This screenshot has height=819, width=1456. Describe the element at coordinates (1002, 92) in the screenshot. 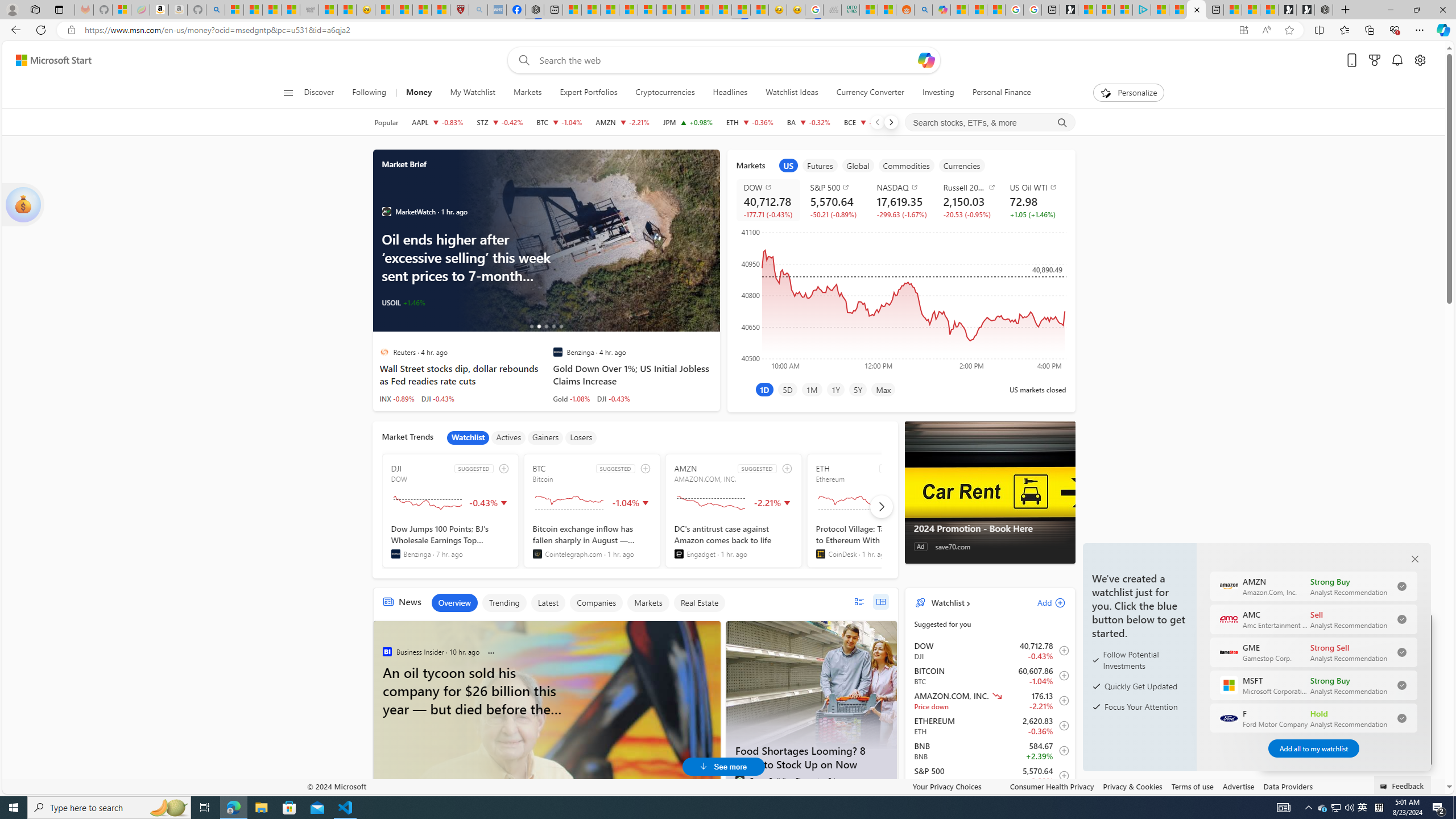

I see `'Personal Finance'` at that location.